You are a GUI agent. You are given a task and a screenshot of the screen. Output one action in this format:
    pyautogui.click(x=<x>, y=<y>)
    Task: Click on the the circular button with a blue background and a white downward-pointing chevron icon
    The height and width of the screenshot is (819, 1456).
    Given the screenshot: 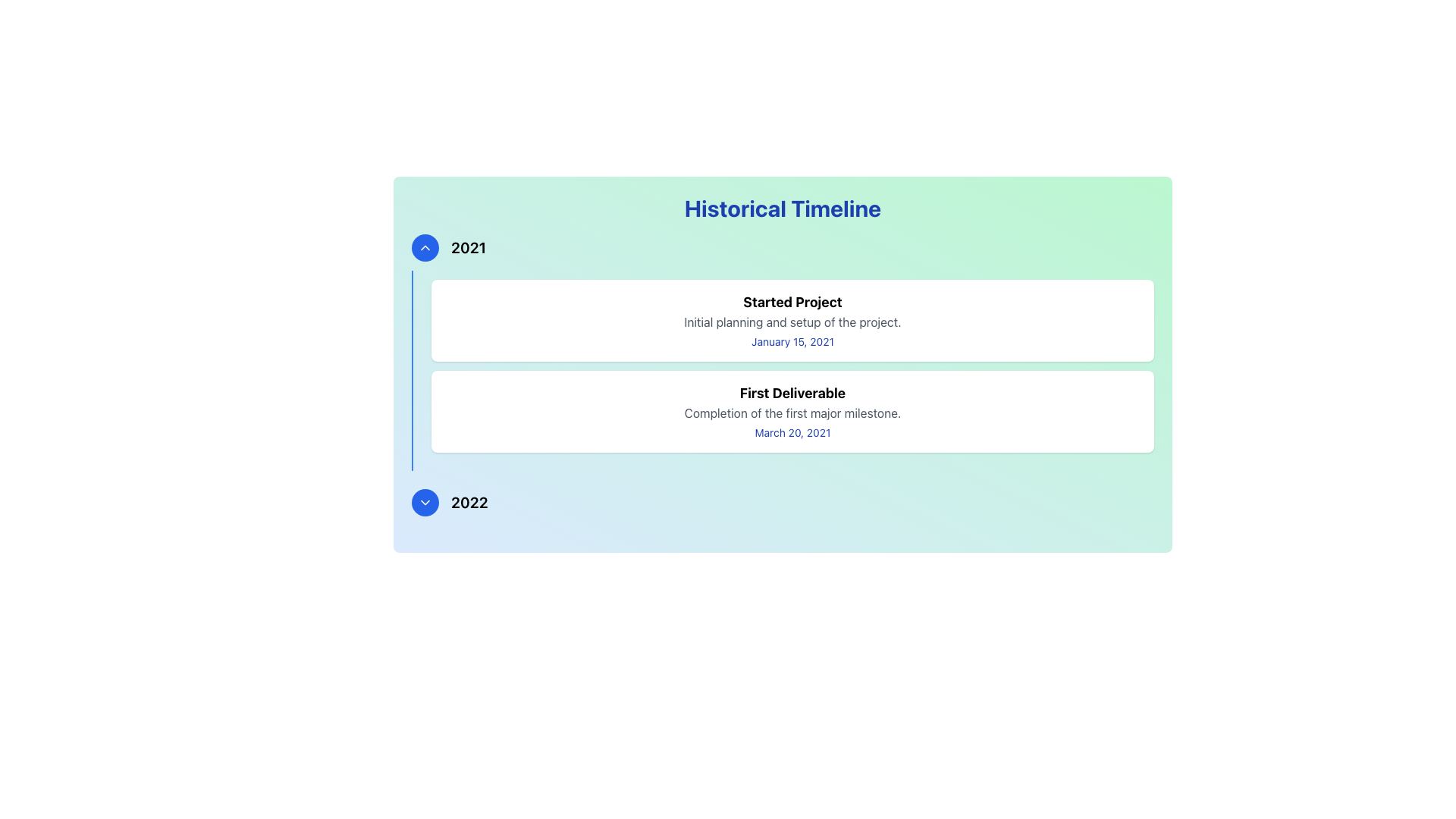 What is the action you would take?
    pyautogui.click(x=425, y=503)
    